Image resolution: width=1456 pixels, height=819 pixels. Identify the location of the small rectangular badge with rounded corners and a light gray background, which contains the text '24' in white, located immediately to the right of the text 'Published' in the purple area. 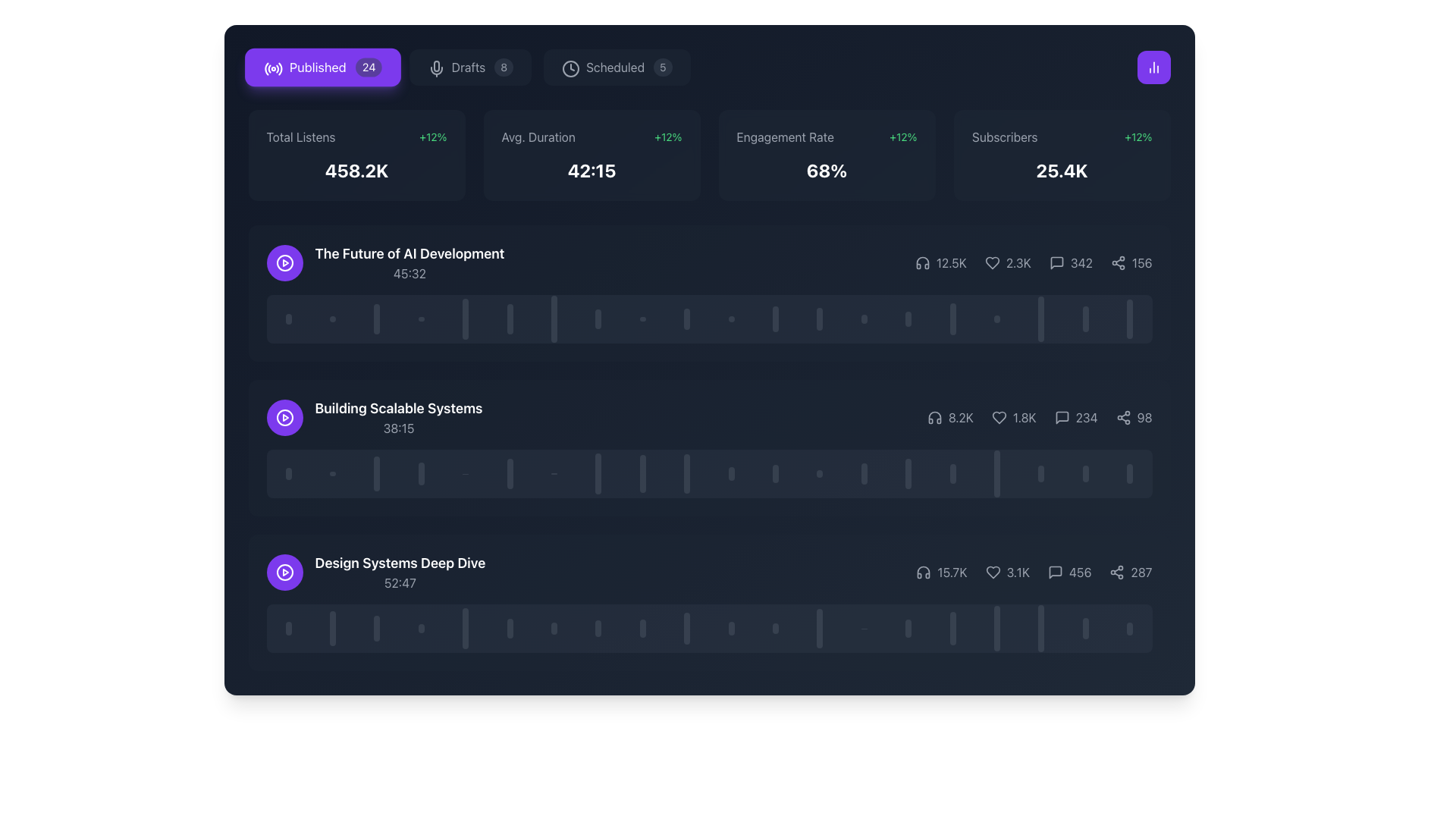
(369, 66).